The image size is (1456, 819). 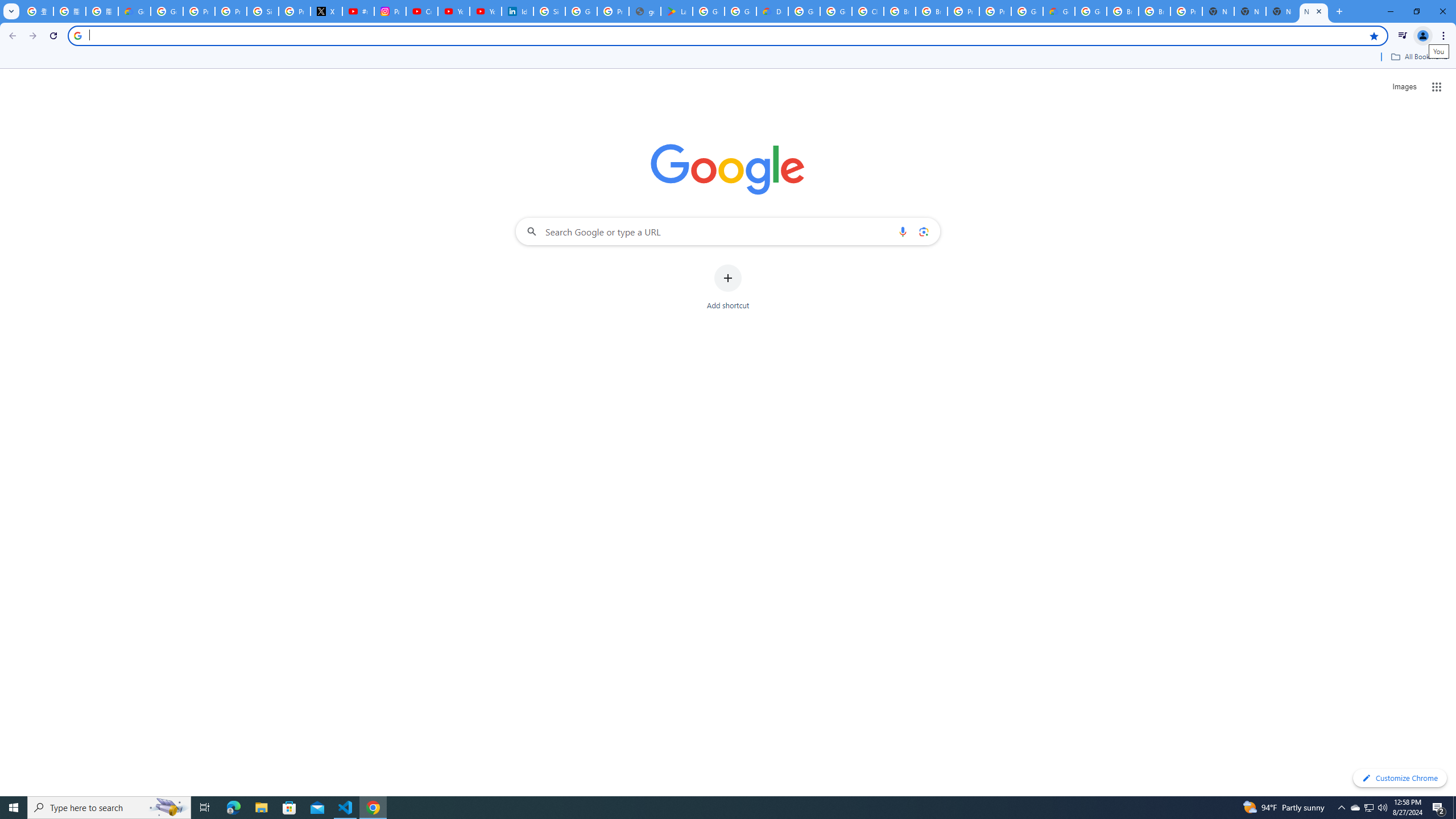 What do you see at coordinates (1418, 56) in the screenshot?
I see `'All Bookmarks'` at bounding box center [1418, 56].